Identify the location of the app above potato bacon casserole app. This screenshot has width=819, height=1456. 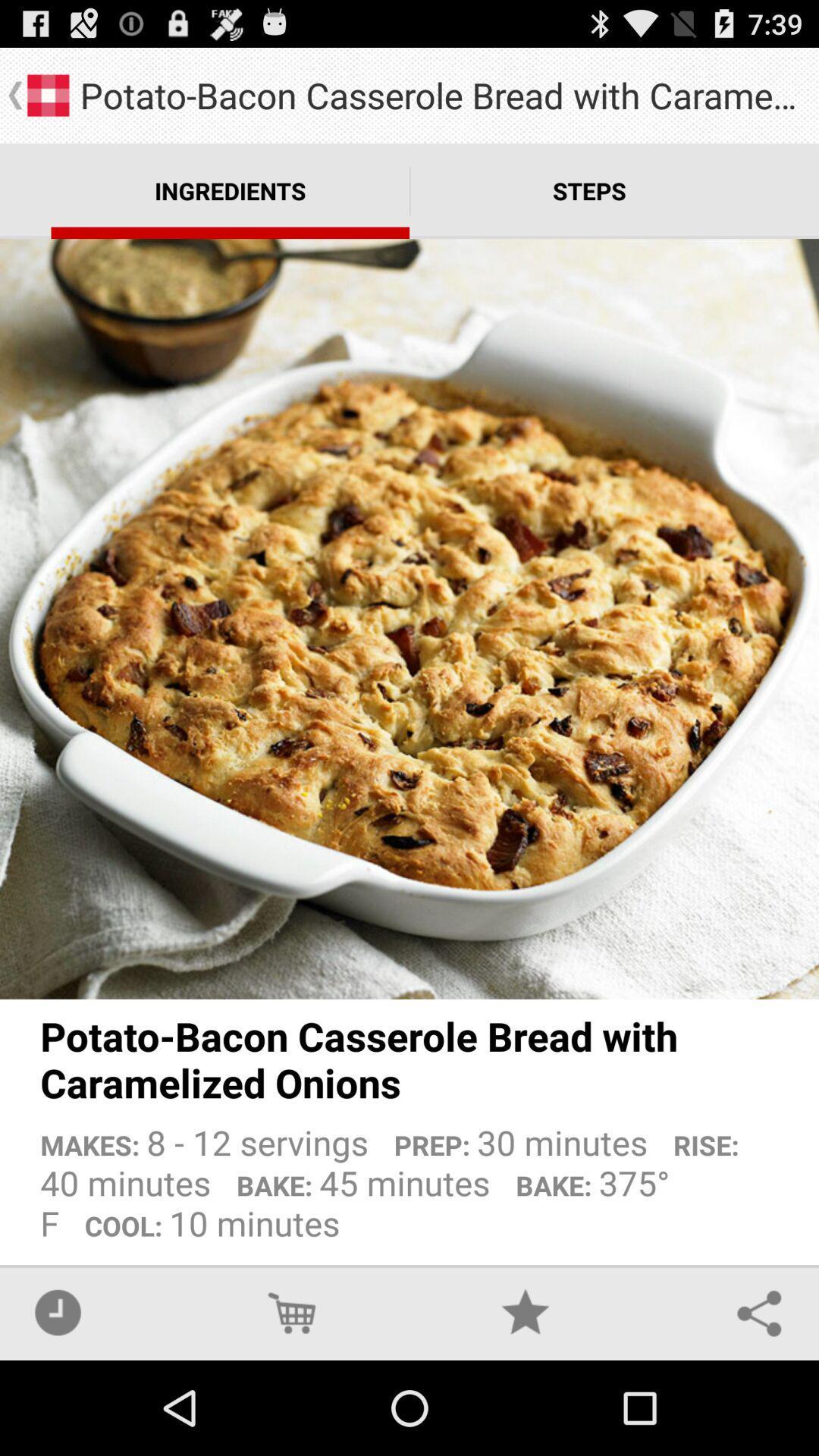
(409, 619).